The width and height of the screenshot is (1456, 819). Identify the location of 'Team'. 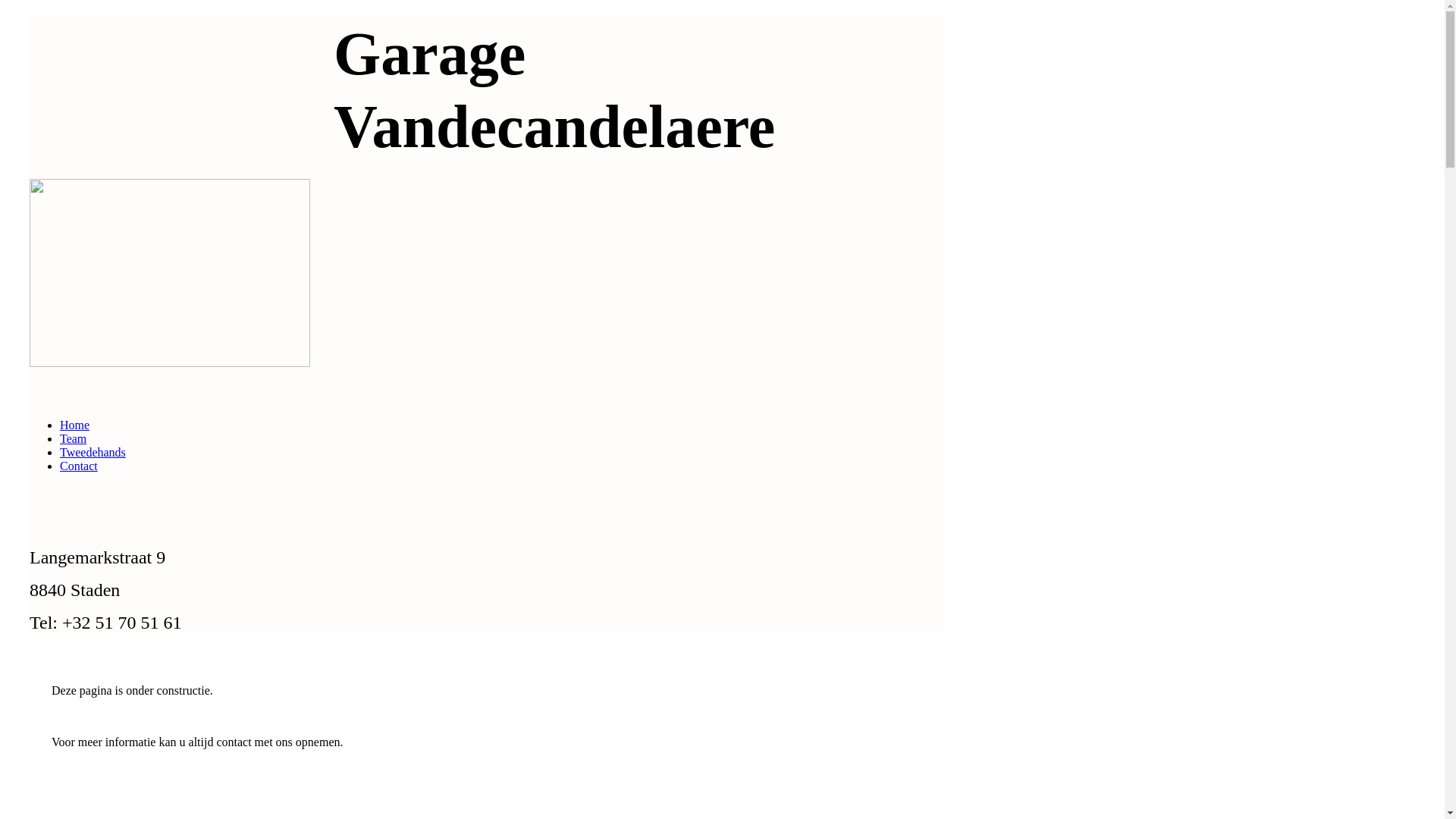
(72, 438).